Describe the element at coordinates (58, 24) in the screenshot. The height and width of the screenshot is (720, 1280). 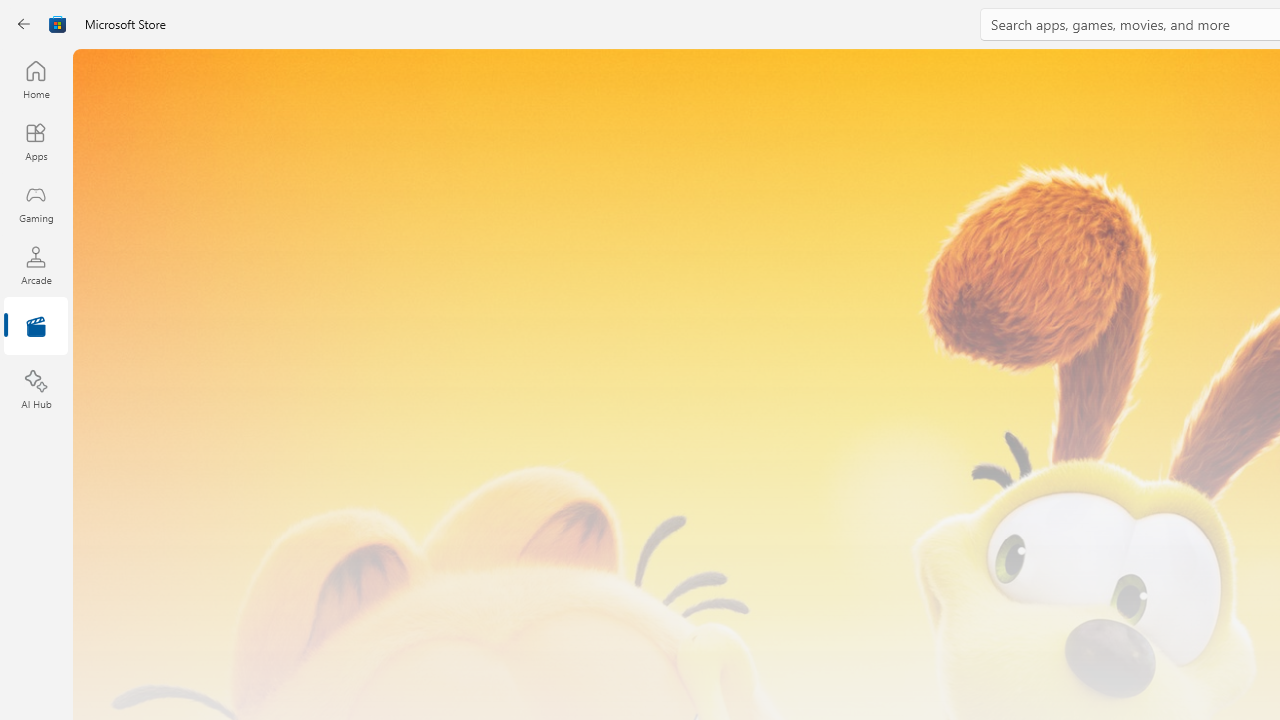
I see `'Class: Image'` at that location.